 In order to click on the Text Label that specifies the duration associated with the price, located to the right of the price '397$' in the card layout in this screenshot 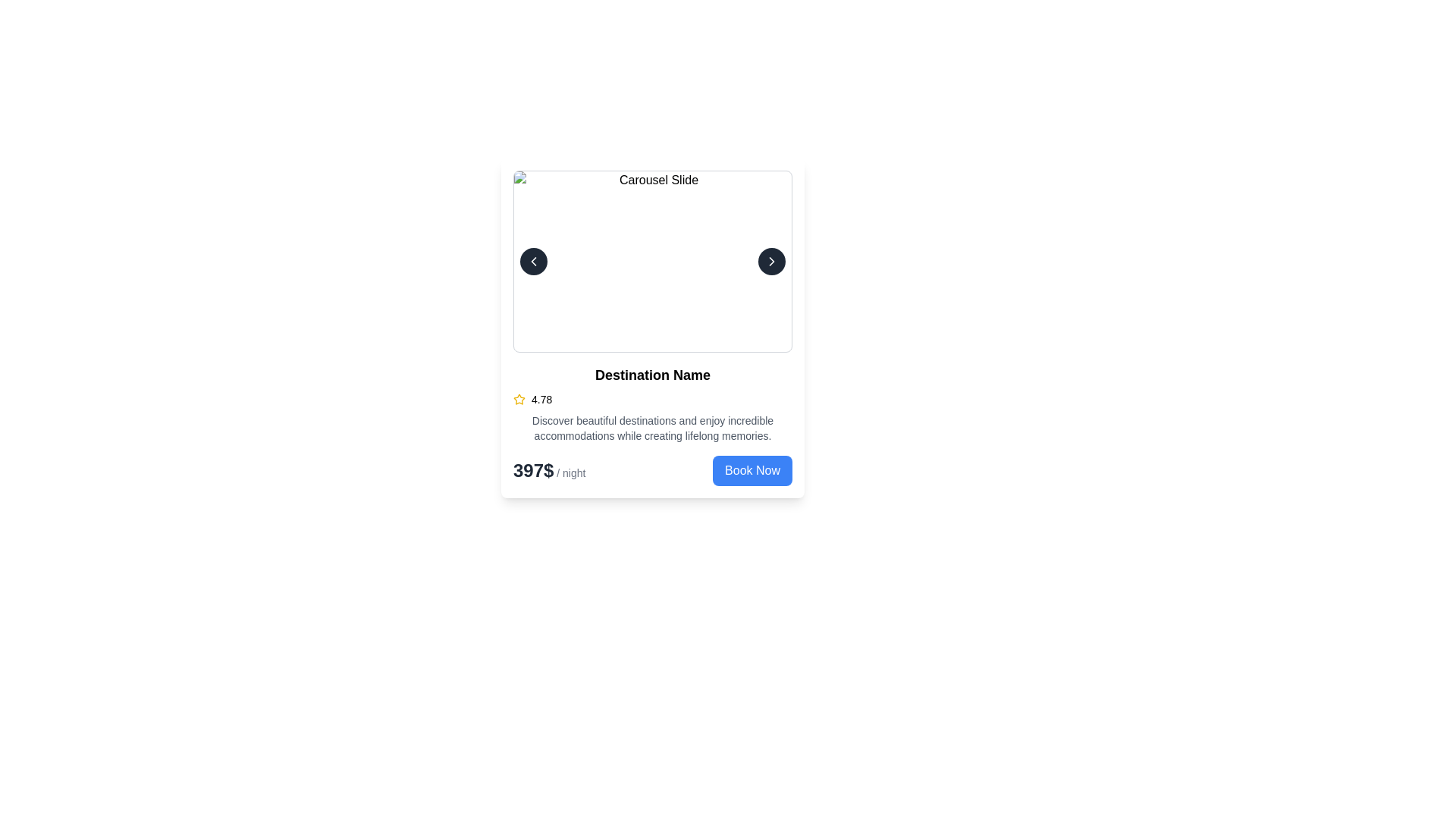, I will do `click(569, 472)`.